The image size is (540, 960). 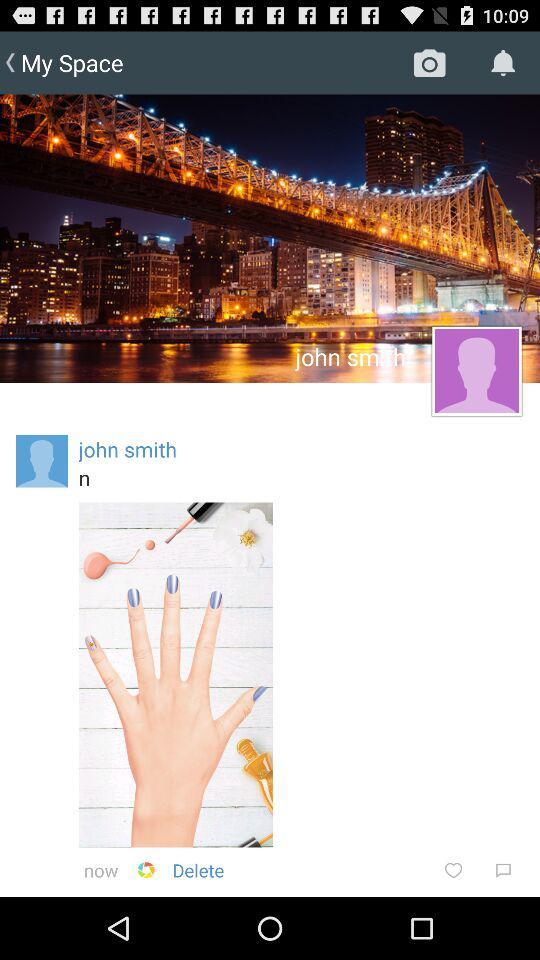 I want to click on icon below the n item, so click(x=502, y=869).